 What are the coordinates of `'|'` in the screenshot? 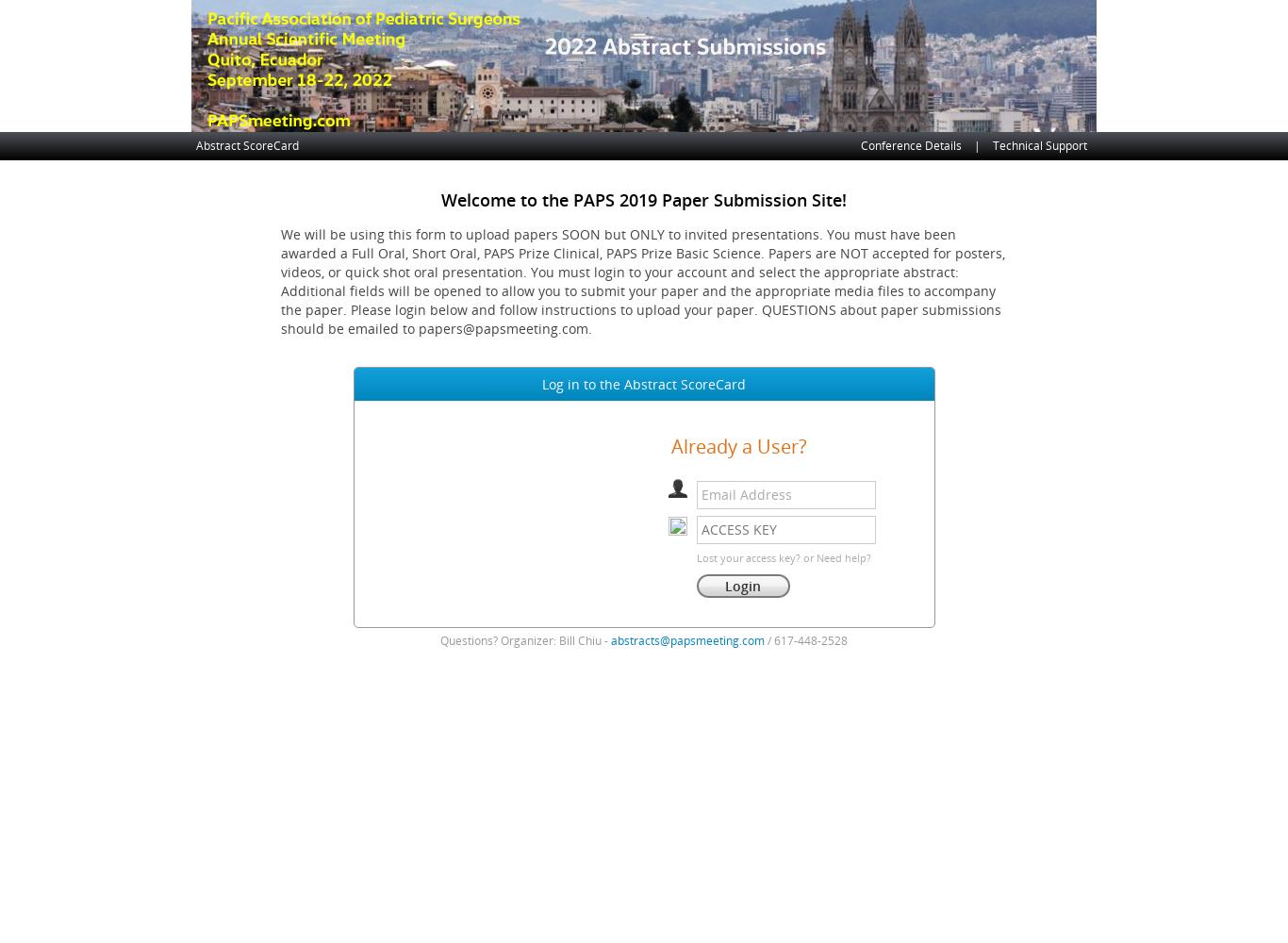 It's located at (976, 145).